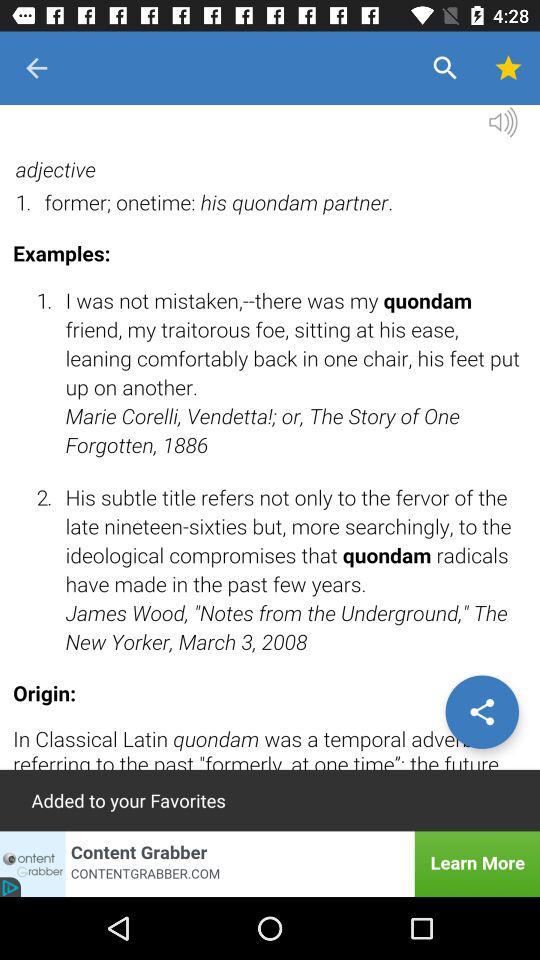 The image size is (540, 960). I want to click on the share icon, so click(481, 712).